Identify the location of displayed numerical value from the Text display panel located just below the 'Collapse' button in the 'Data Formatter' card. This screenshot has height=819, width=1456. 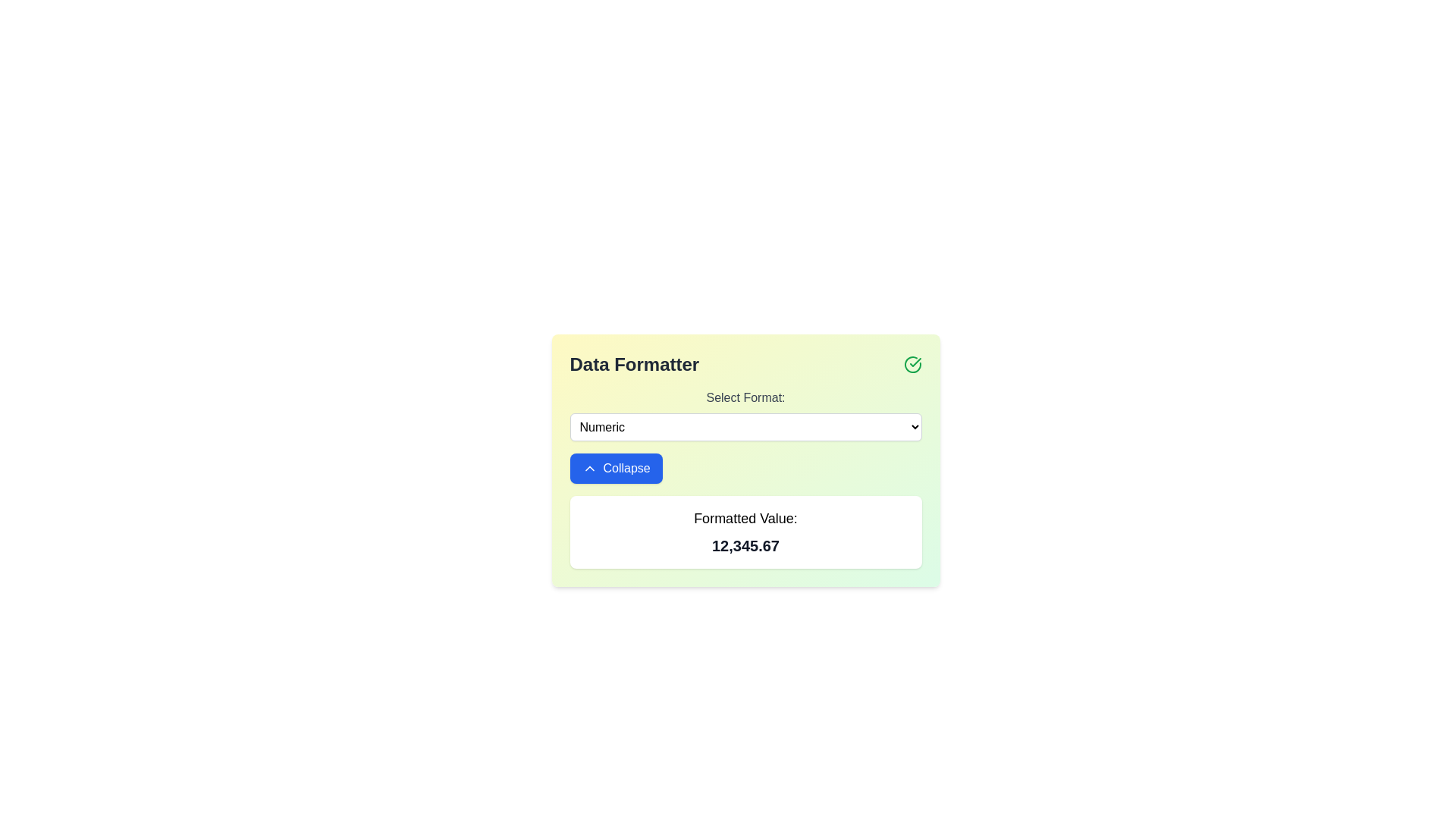
(745, 532).